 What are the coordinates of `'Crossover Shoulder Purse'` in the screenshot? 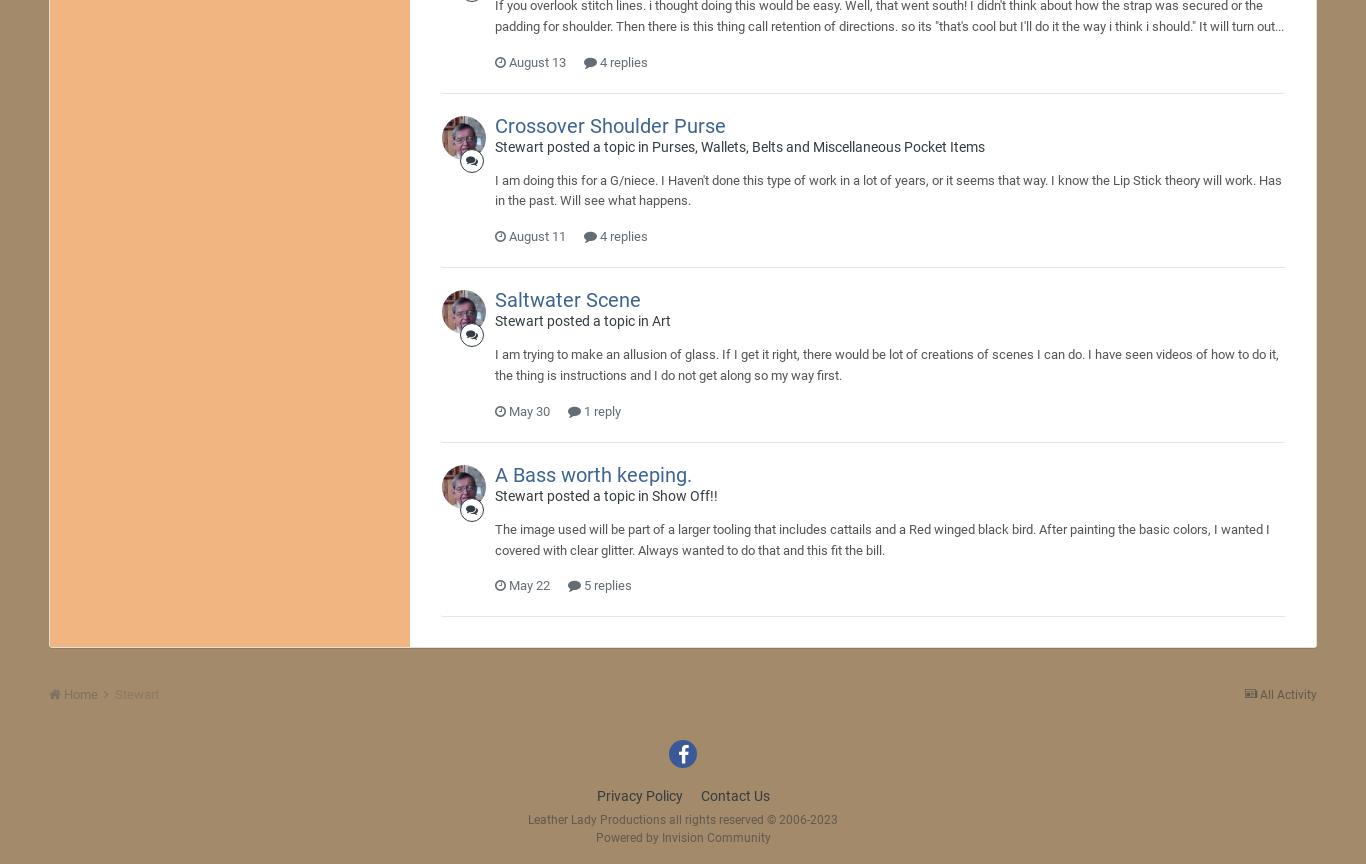 It's located at (495, 124).